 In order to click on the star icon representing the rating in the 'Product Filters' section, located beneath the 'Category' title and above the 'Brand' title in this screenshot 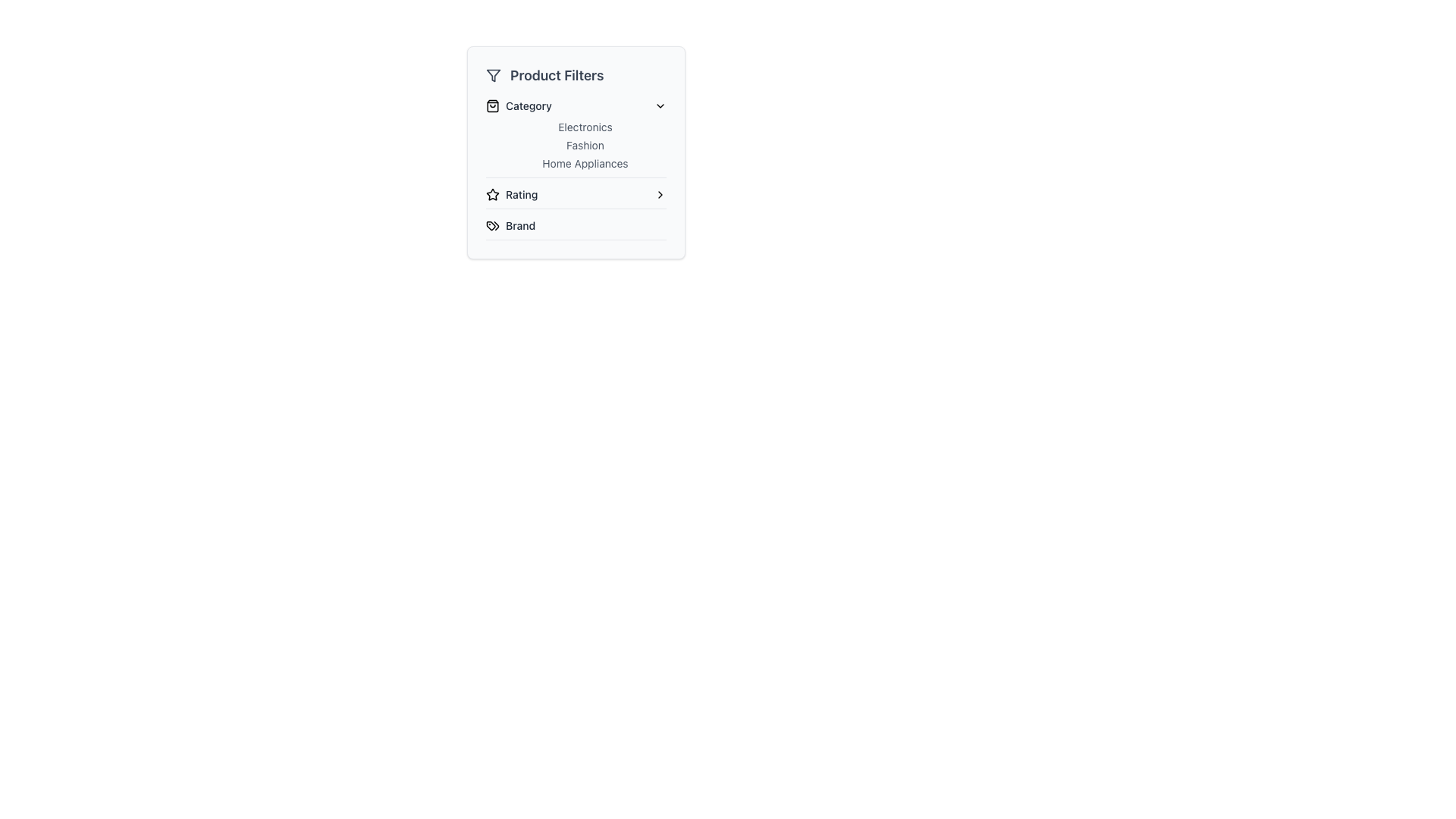, I will do `click(492, 193)`.